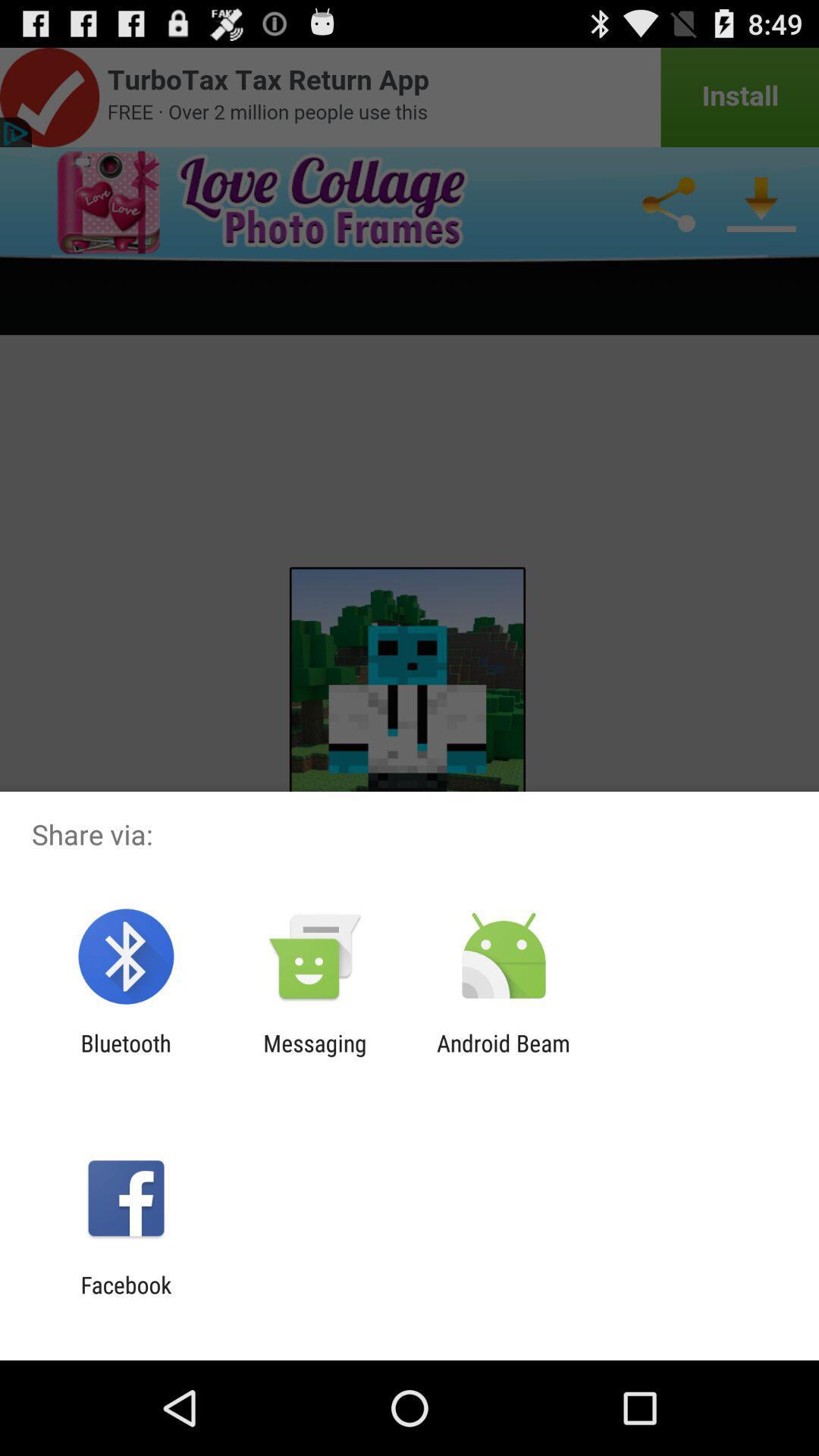  I want to click on item next to android beam app, so click(314, 1056).